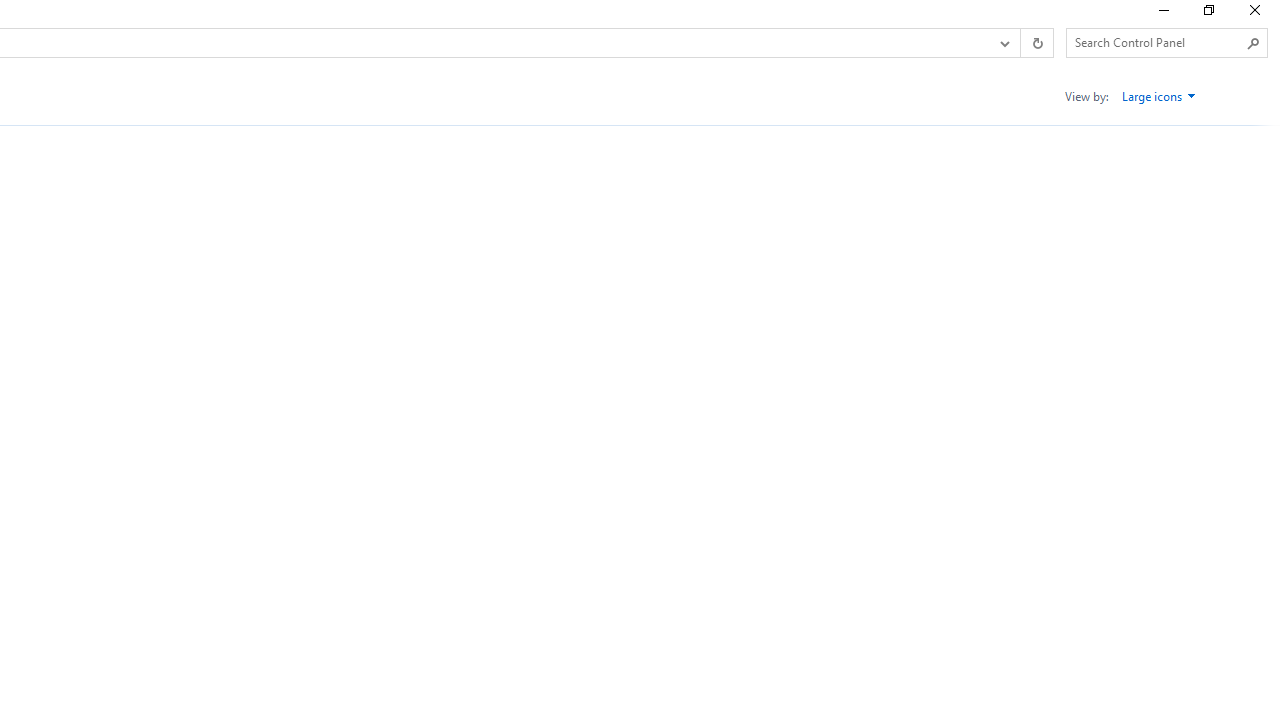  What do you see at coordinates (1162, 15) in the screenshot?
I see `'Minimize'` at bounding box center [1162, 15].